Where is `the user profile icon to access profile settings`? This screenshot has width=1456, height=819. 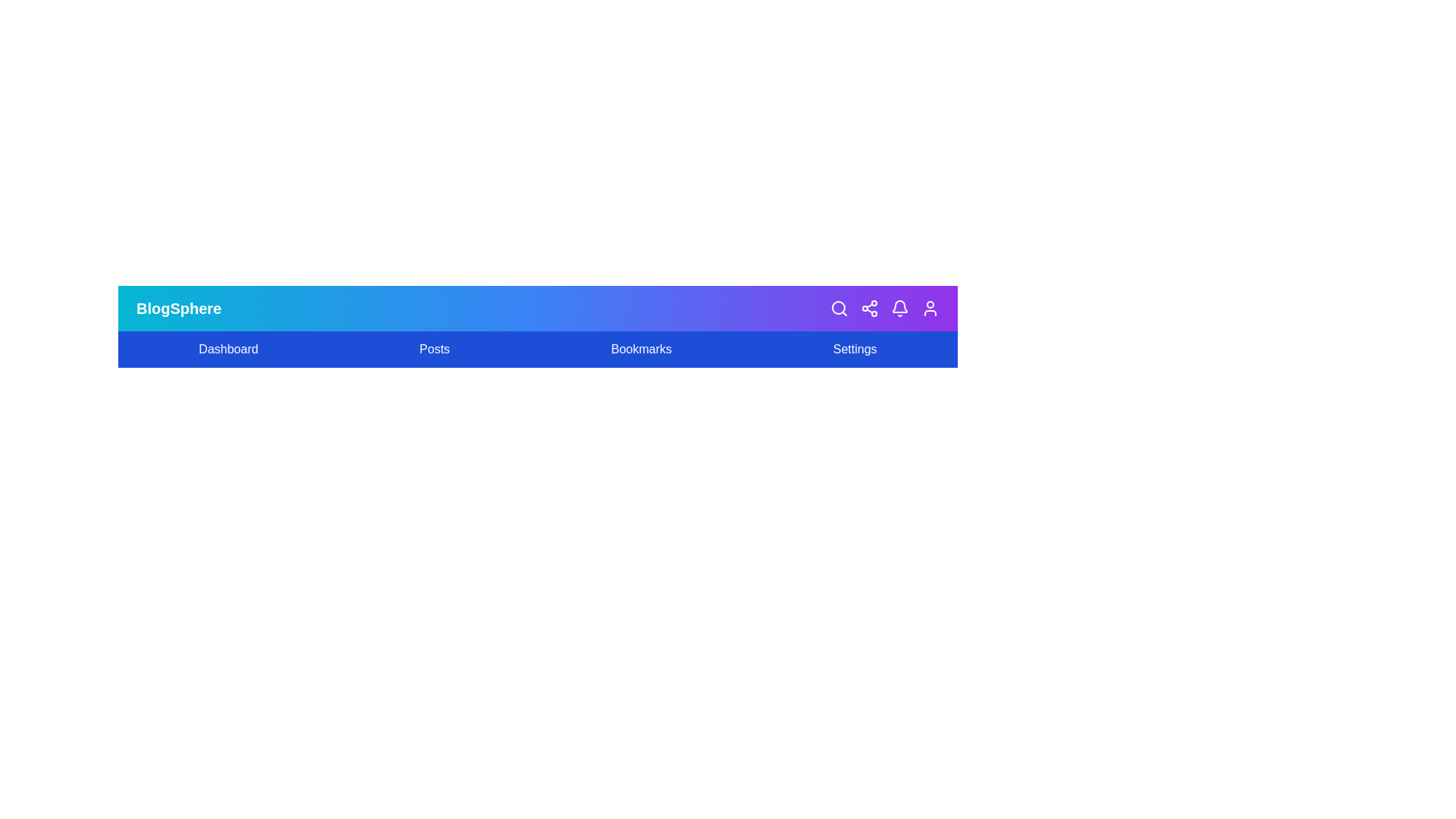 the user profile icon to access profile settings is located at coordinates (930, 308).